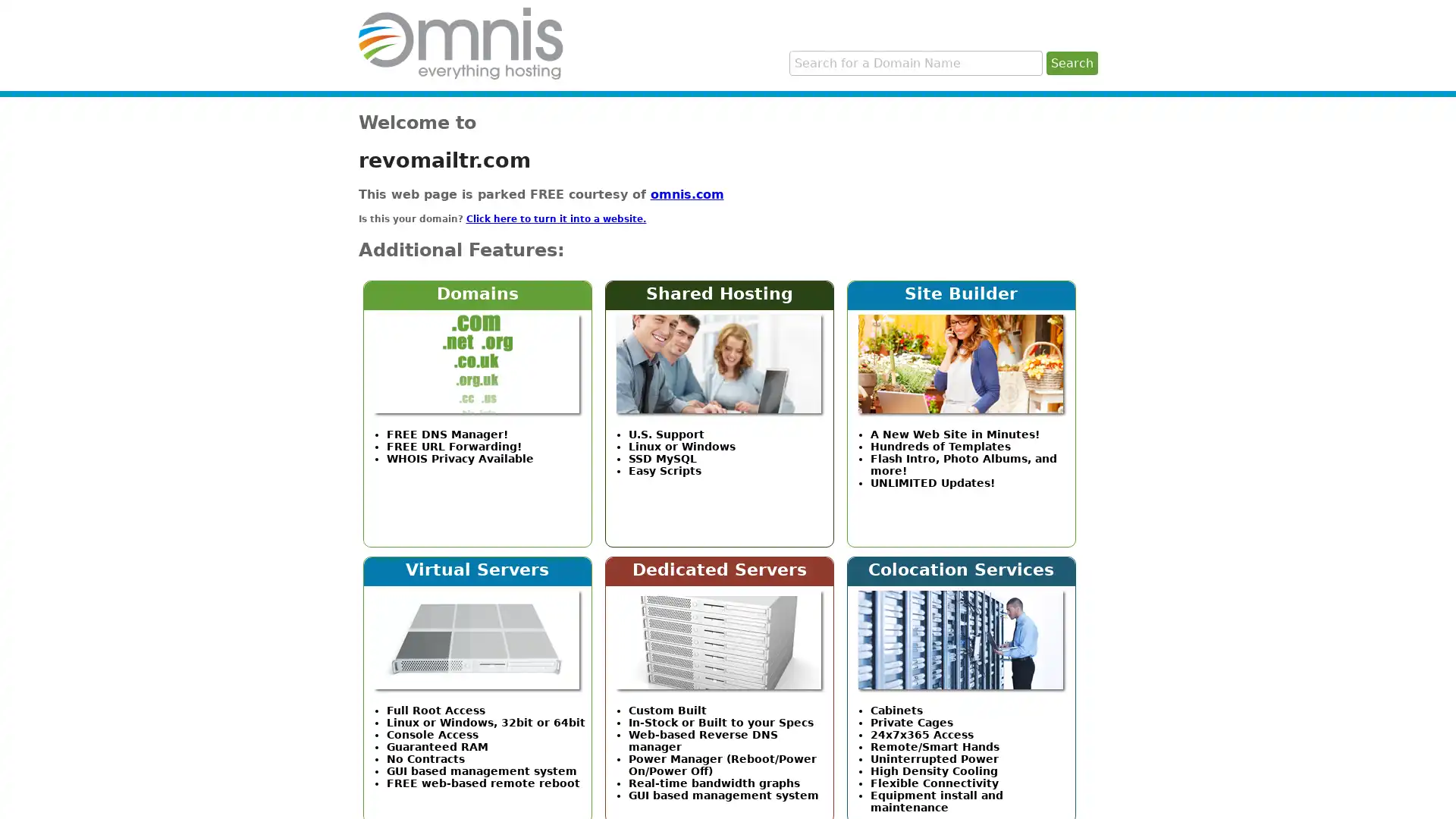 This screenshot has height=819, width=1456. What do you see at coordinates (1070, 62) in the screenshot?
I see `Search` at bounding box center [1070, 62].